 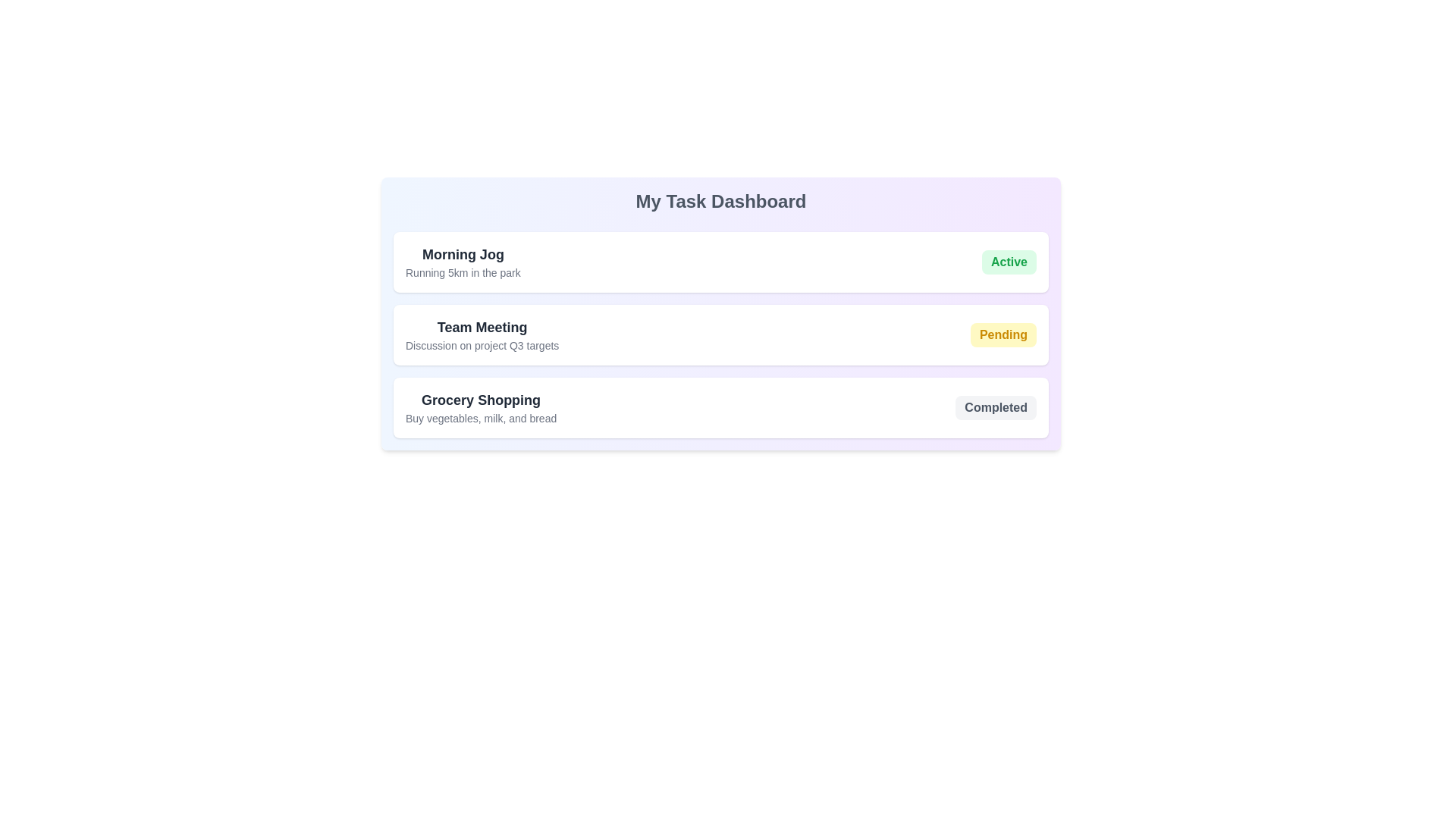 What do you see at coordinates (1003, 334) in the screenshot?
I see `the status indicator of the task labeled Team Meeting` at bounding box center [1003, 334].